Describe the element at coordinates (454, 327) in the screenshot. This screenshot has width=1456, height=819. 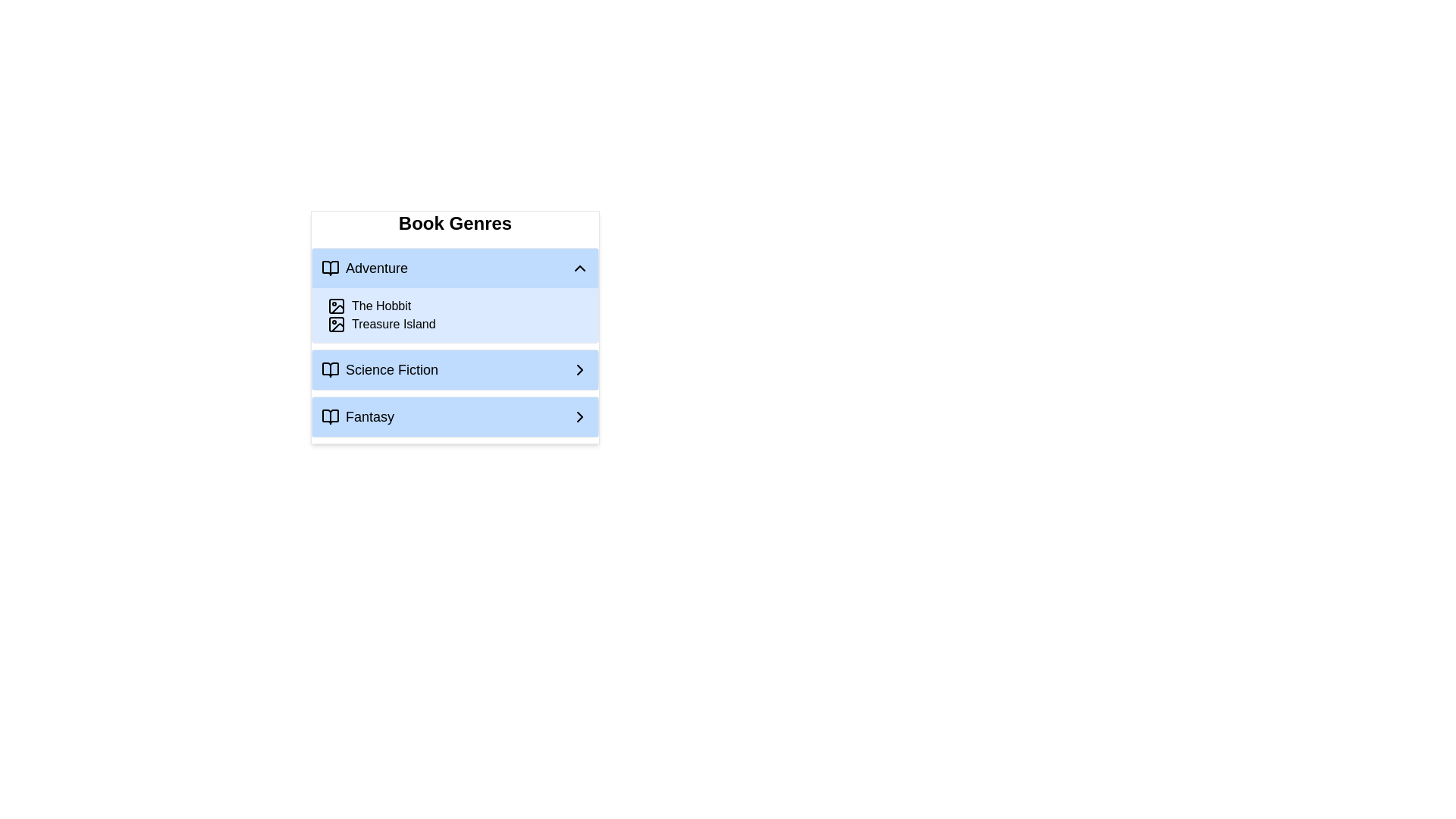
I see `the book title within the 'Book Genres' menu` at that location.